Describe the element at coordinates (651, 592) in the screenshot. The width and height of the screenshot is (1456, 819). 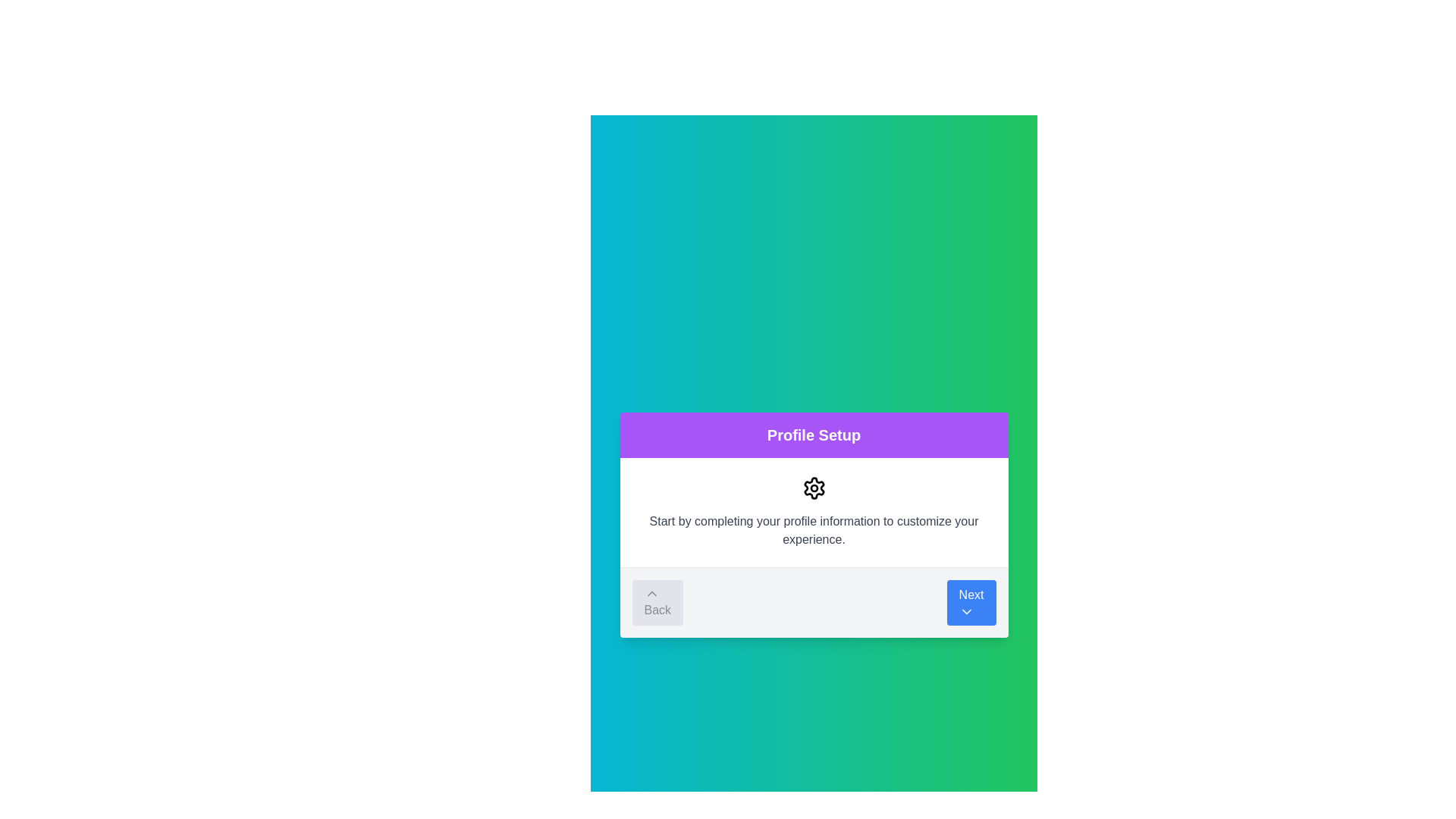
I see `the visual indicator icon located within the 'Back' button on the left side of the footer section of the dialog box` at that location.